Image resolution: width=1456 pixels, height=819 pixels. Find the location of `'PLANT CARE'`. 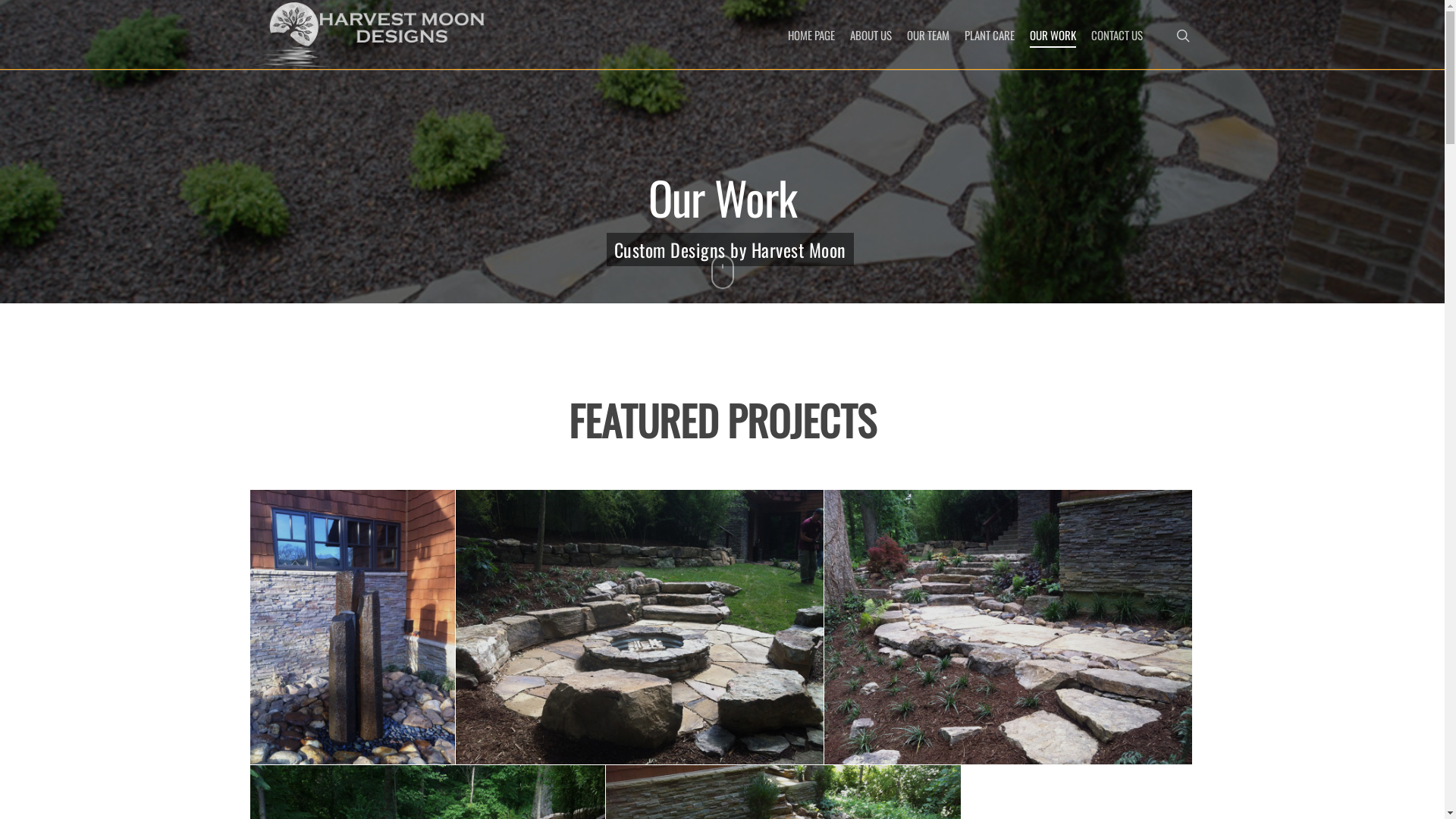

'PLANT CARE' is located at coordinates (990, 34).